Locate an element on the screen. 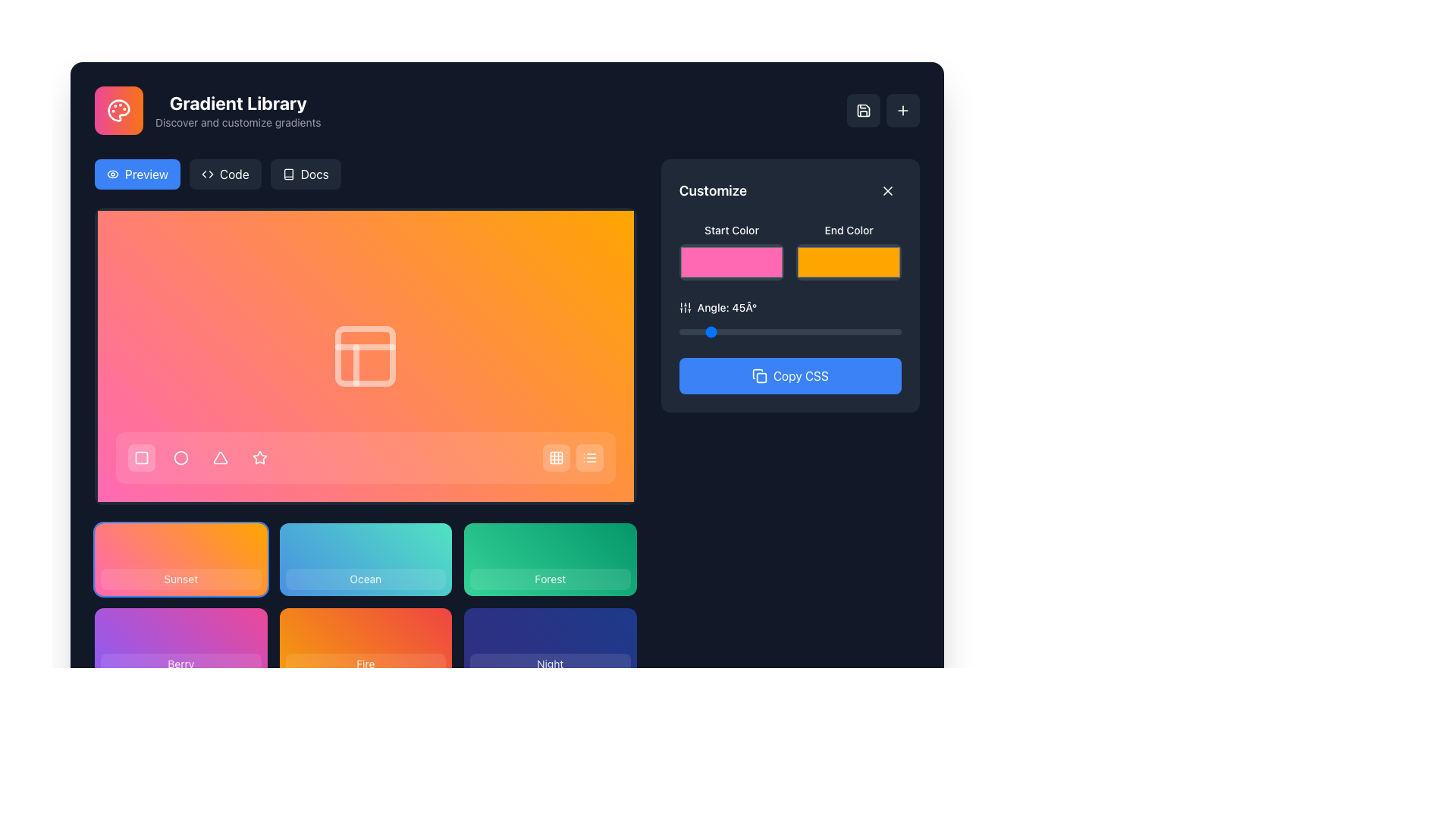  the 'End Color' color picker element is located at coordinates (848, 251).